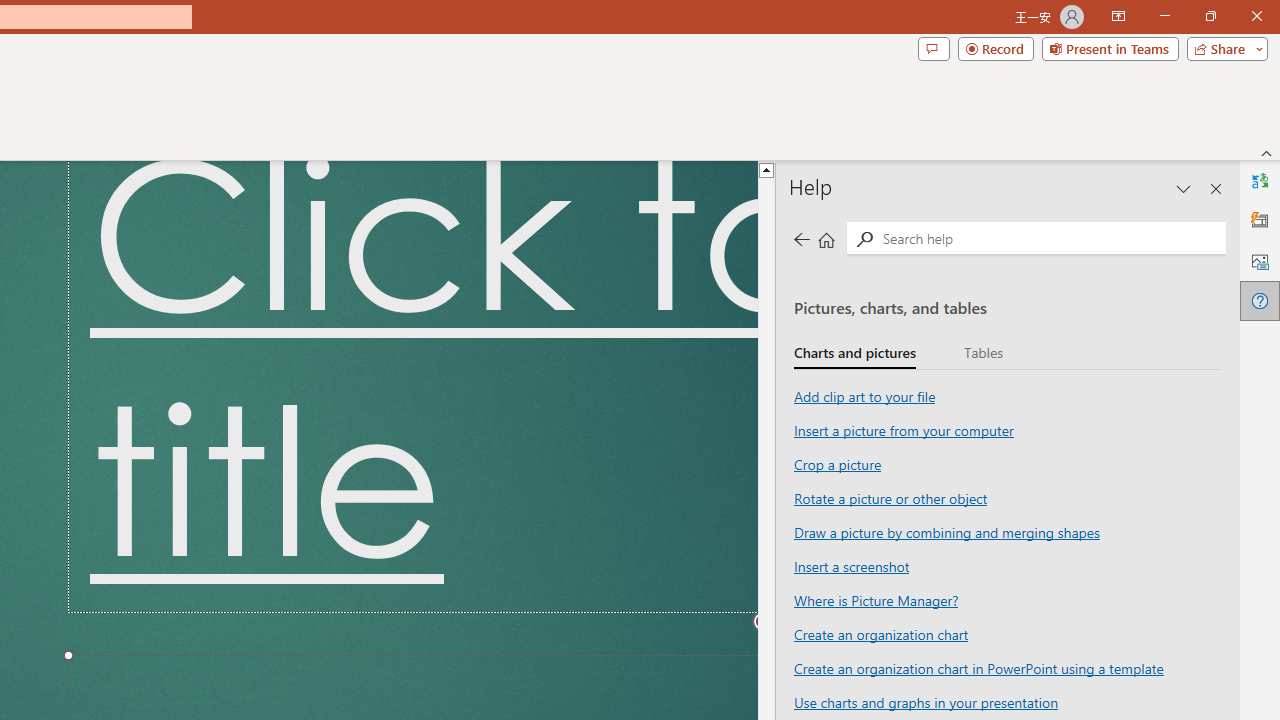  I want to click on 'Insert a picture from your computer', so click(902, 429).